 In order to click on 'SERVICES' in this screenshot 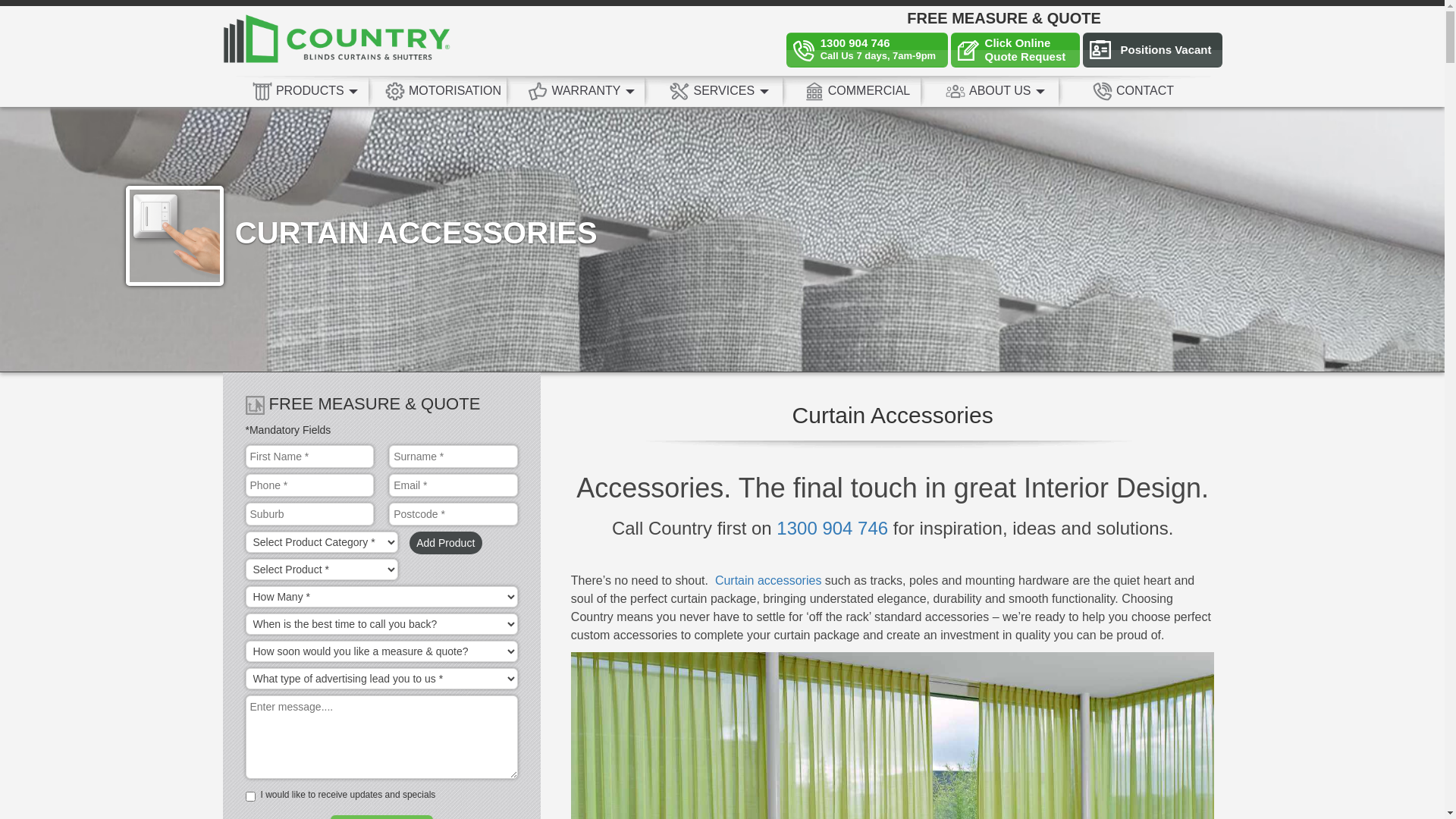, I will do `click(719, 91)`.